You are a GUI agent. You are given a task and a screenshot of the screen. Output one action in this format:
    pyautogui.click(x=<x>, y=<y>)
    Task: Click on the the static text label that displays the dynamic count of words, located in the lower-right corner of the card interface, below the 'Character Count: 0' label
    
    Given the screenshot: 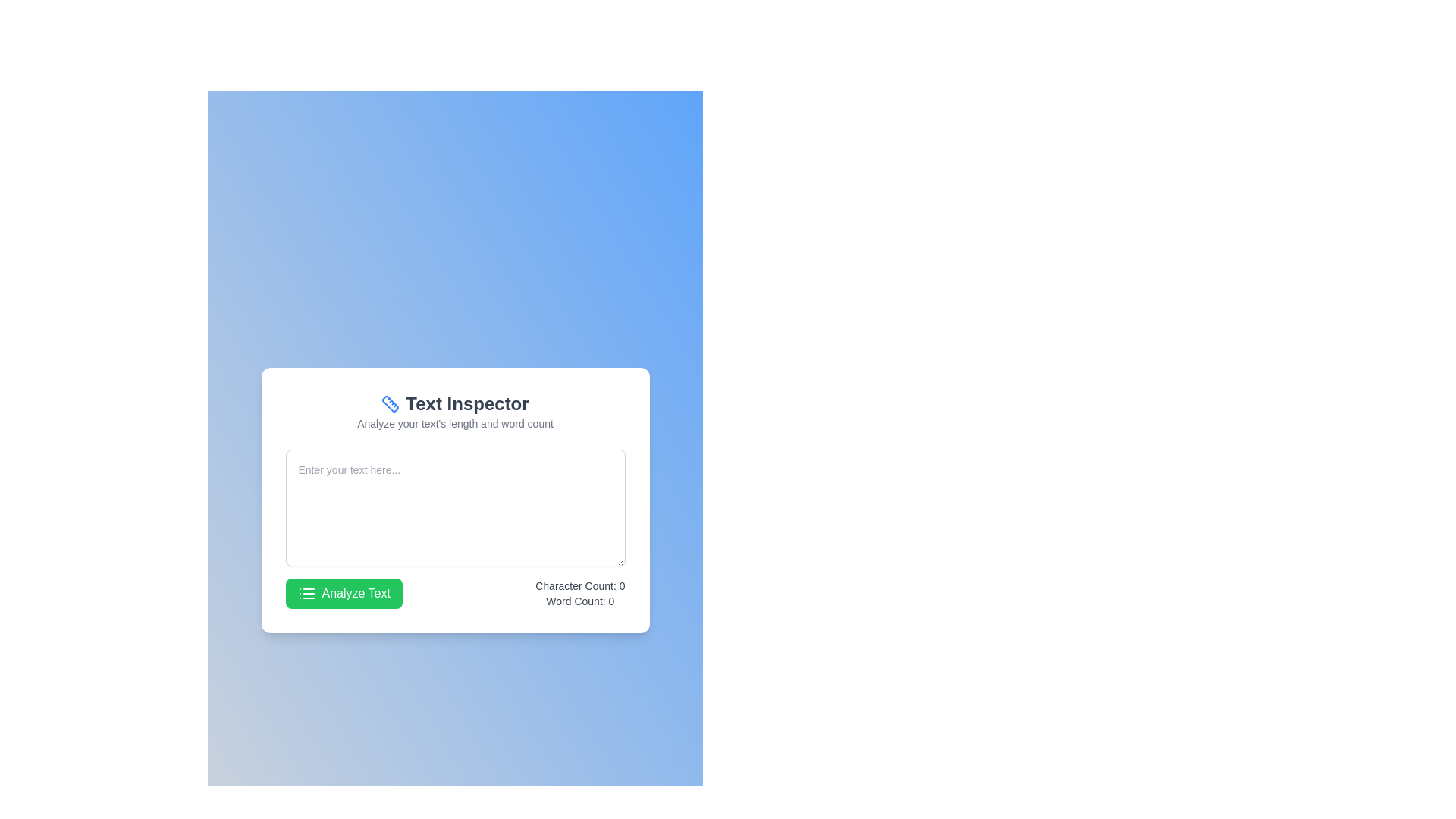 What is the action you would take?
    pyautogui.click(x=579, y=601)
    